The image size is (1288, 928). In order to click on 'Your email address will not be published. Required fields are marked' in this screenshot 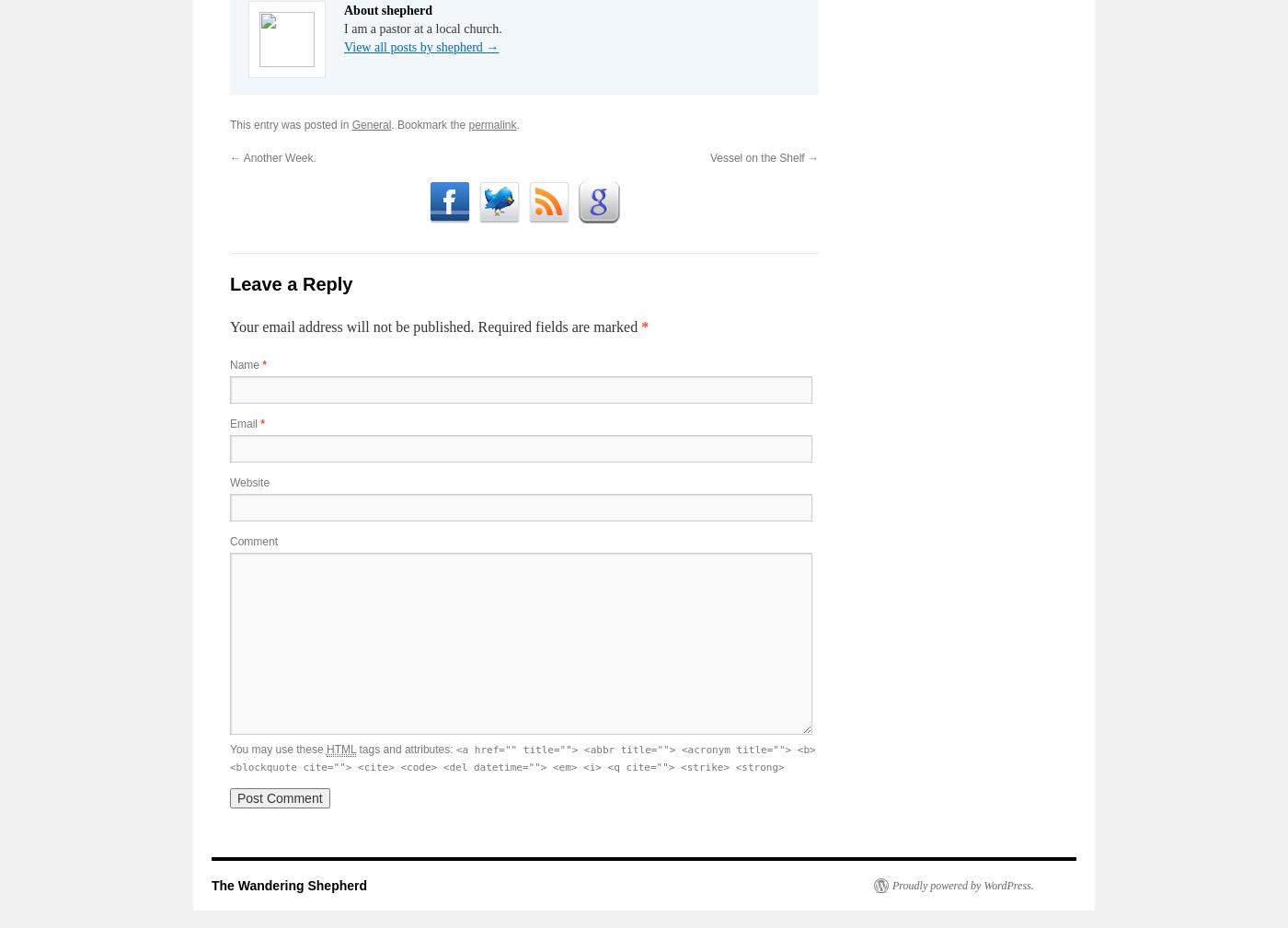, I will do `click(435, 326)`.